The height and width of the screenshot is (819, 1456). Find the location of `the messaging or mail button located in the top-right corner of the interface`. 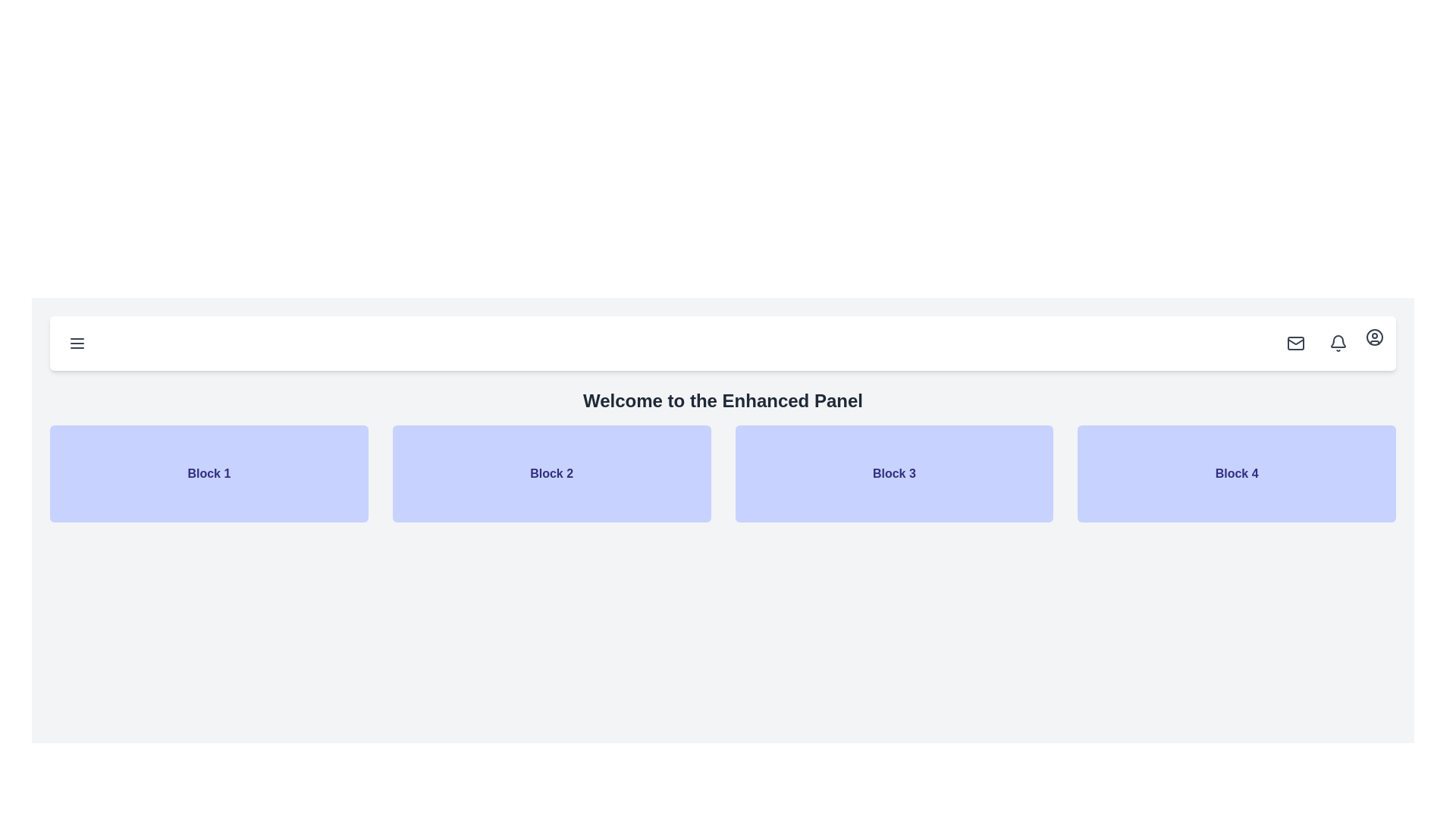

the messaging or mail button located in the top-right corner of the interface is located at coordinates (1294, 343).